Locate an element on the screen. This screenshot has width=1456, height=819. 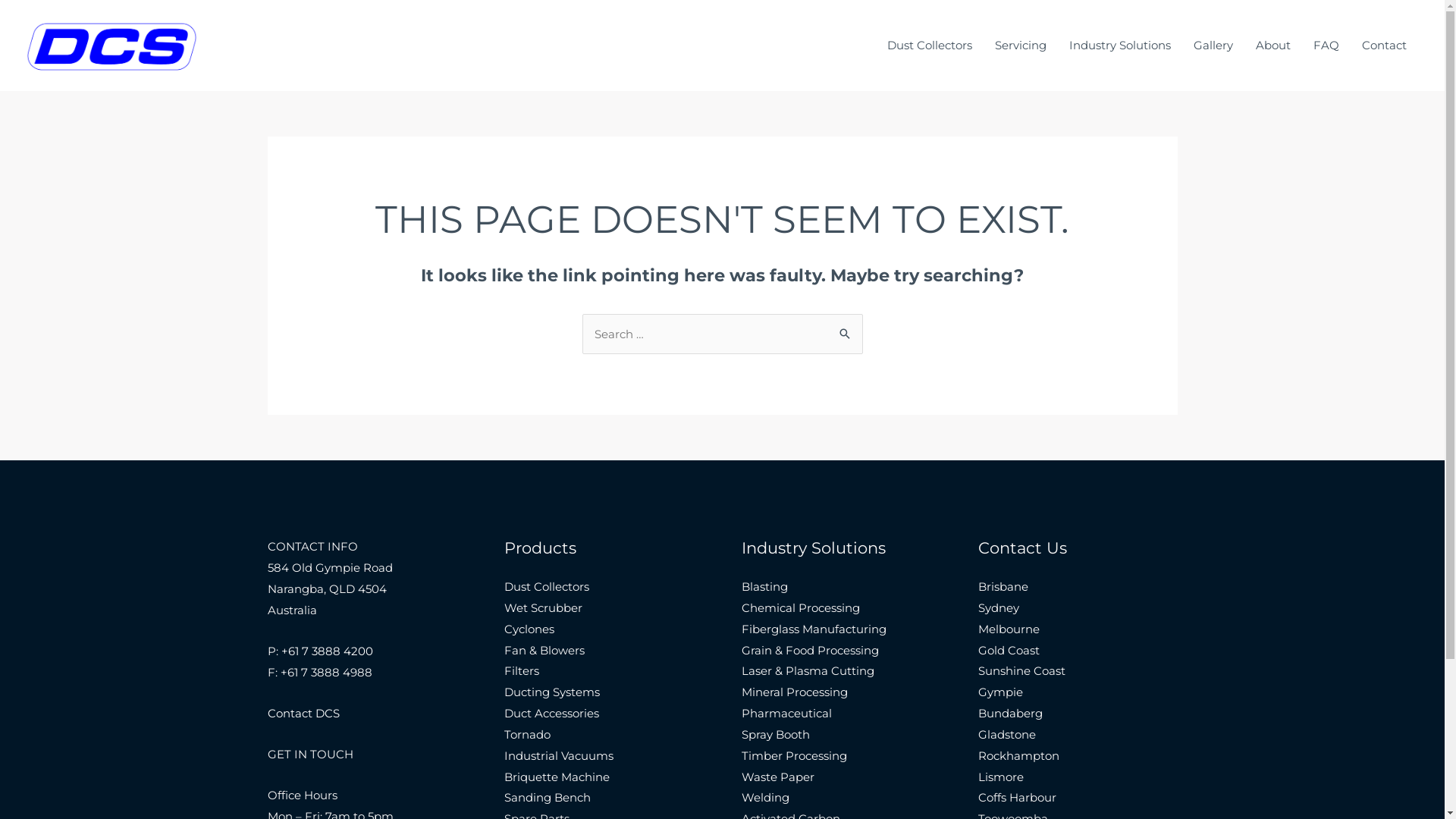
'Contact DCS' is located at coordinates (303, 713).